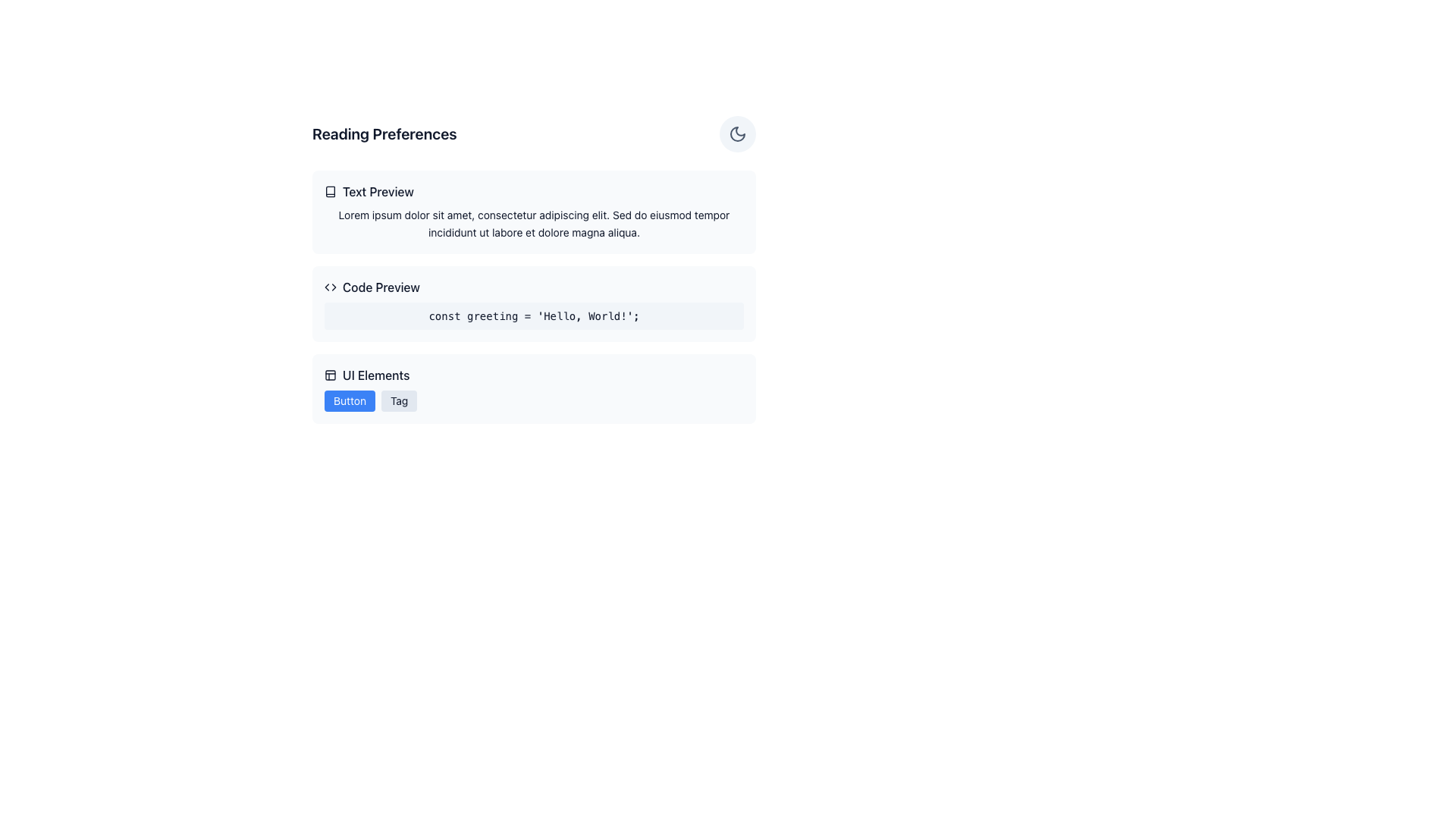  What do you see at coordinates (738, 133) in the screenshot?
I see `the theme switch icon located at the top-right corner of the interface, encapsulated within a rounded button` at bounding box center [738, 133].